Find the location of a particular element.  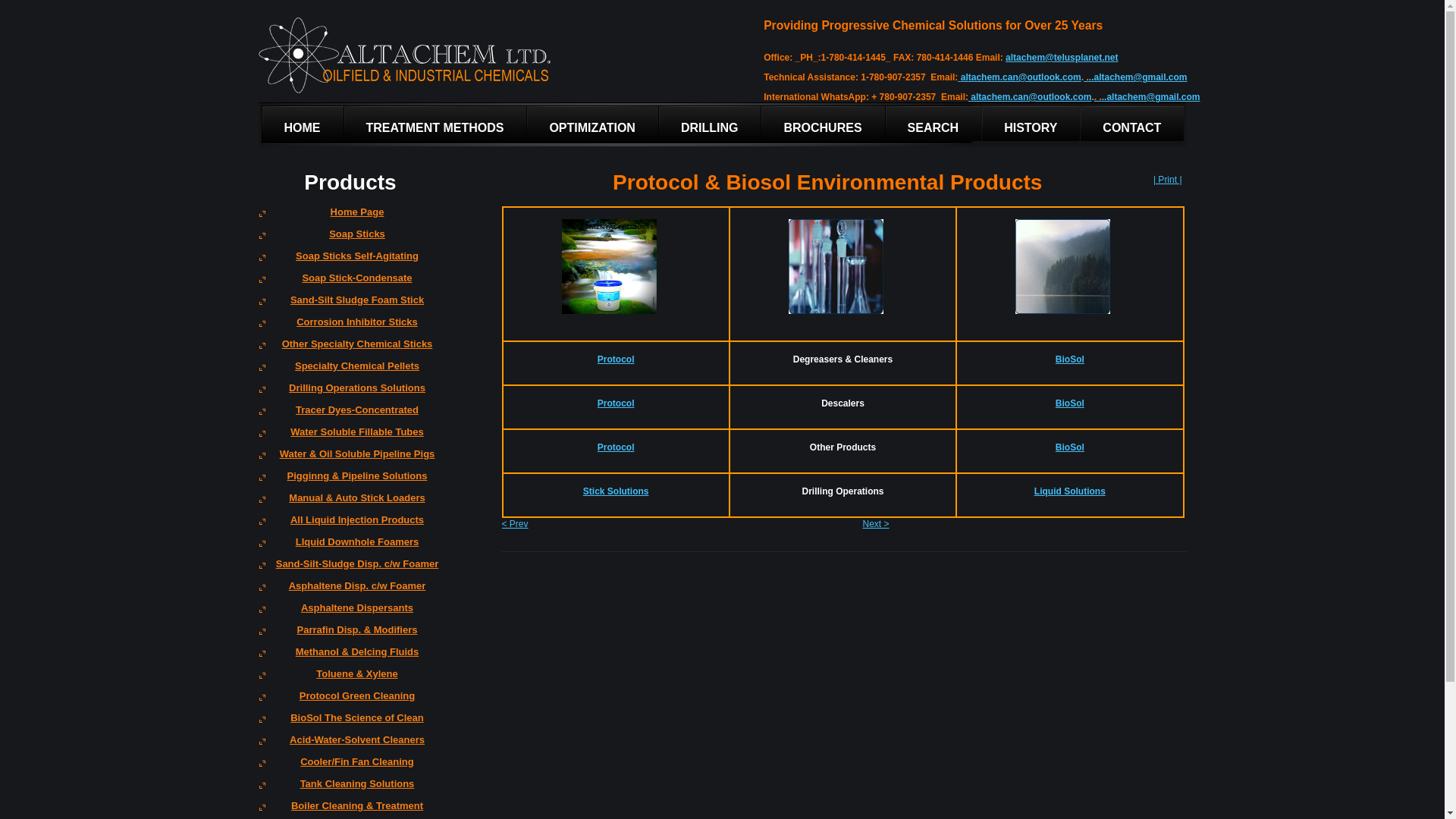

'Parrafin Disp. & Modifiers' is located at coordinates (350, 635).